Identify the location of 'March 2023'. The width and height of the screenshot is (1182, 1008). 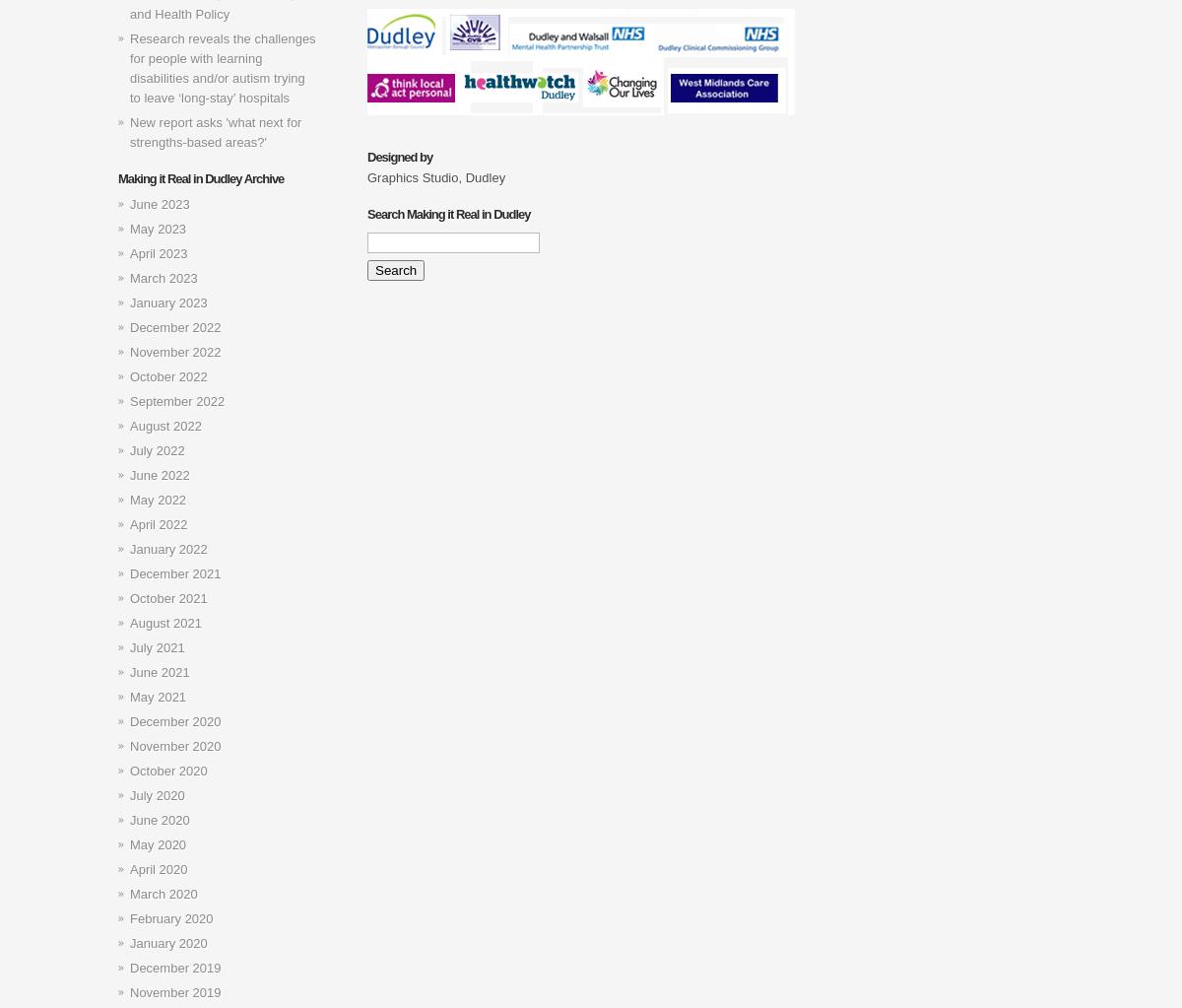
(162, 277).